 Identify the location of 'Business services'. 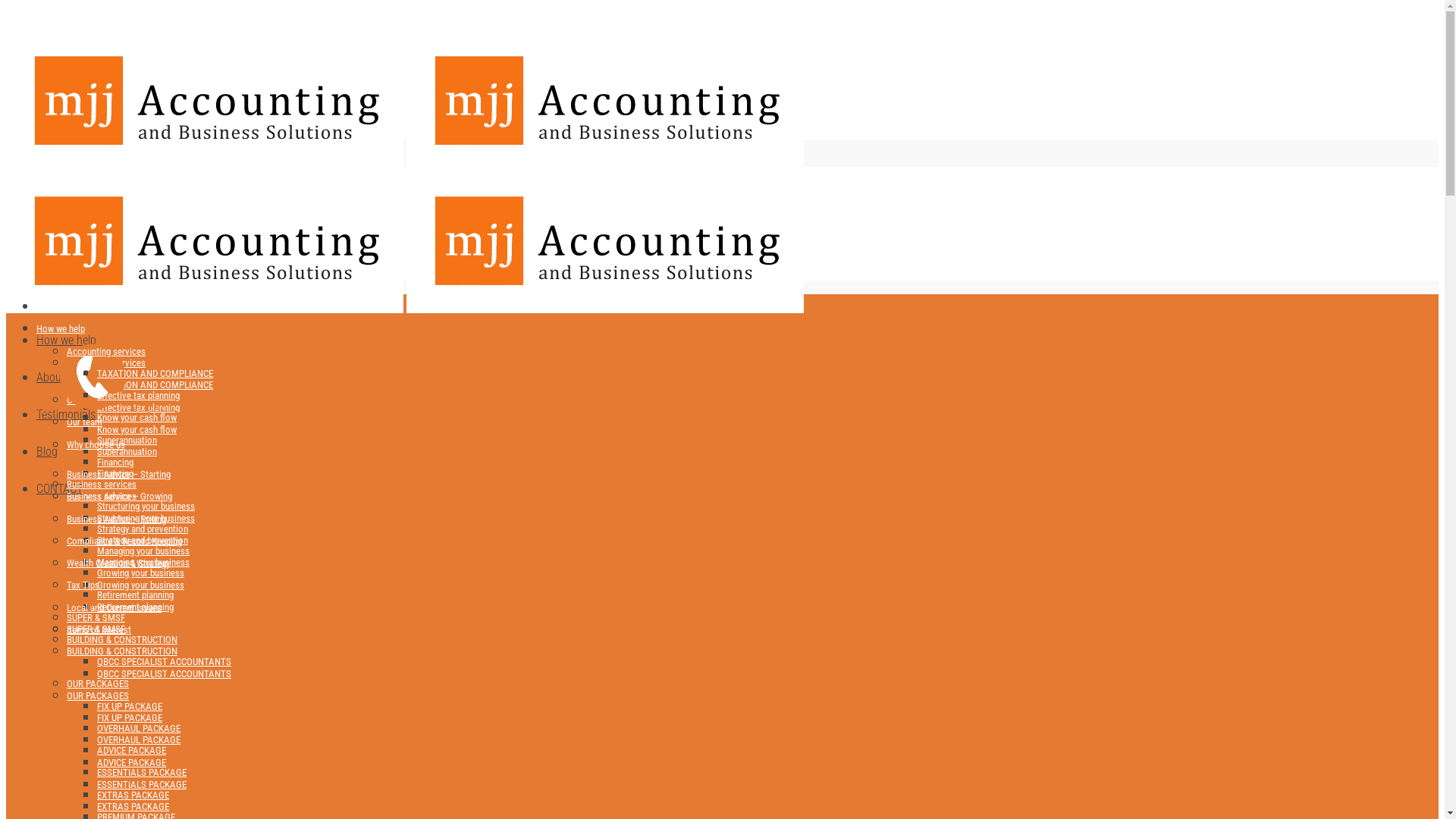
(101, 495).